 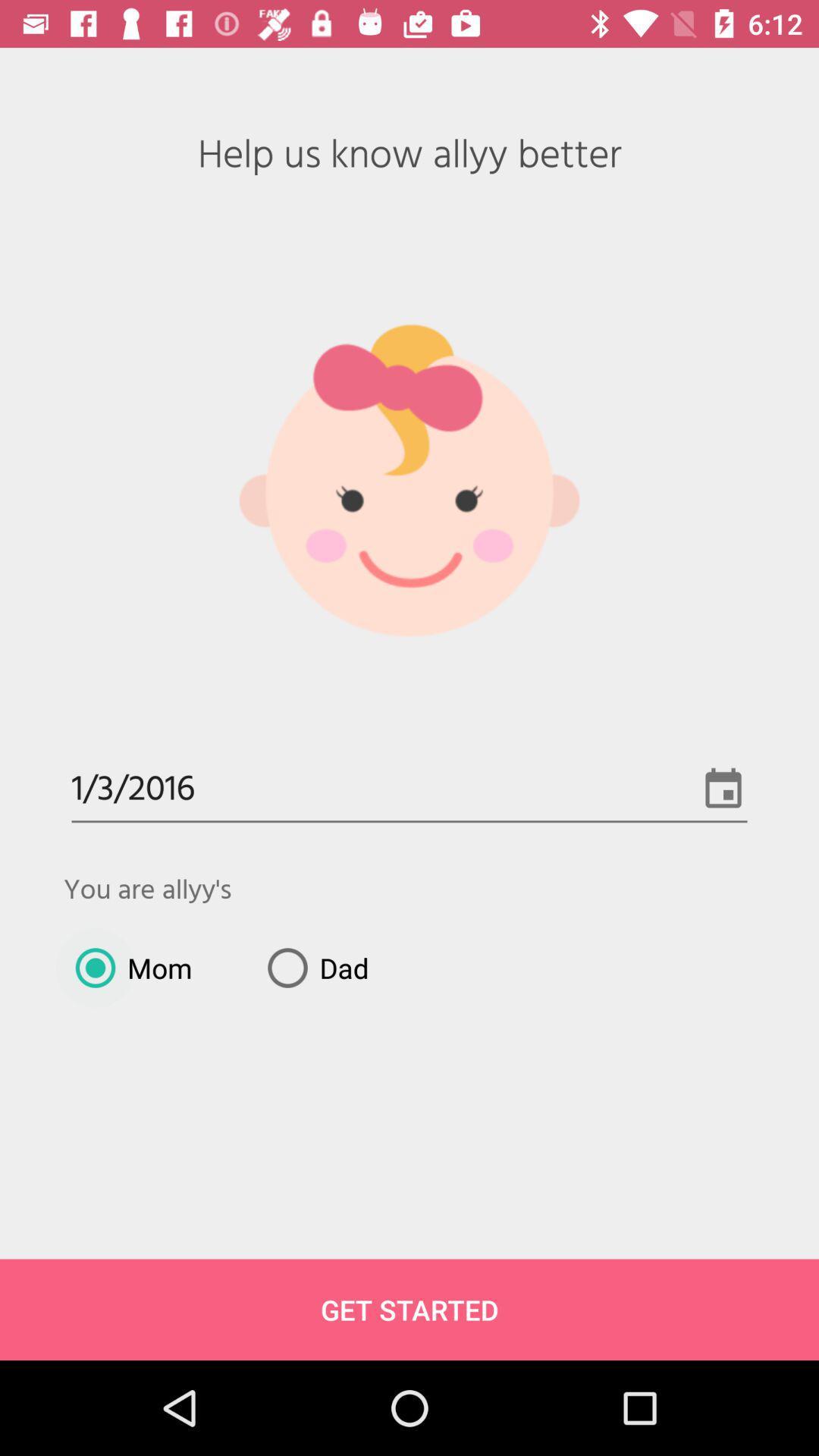 What do you see at coordinates (127, 967) in the screenshot?
I see `the icon to the left of the dad item` at bounding box center [127, 967].